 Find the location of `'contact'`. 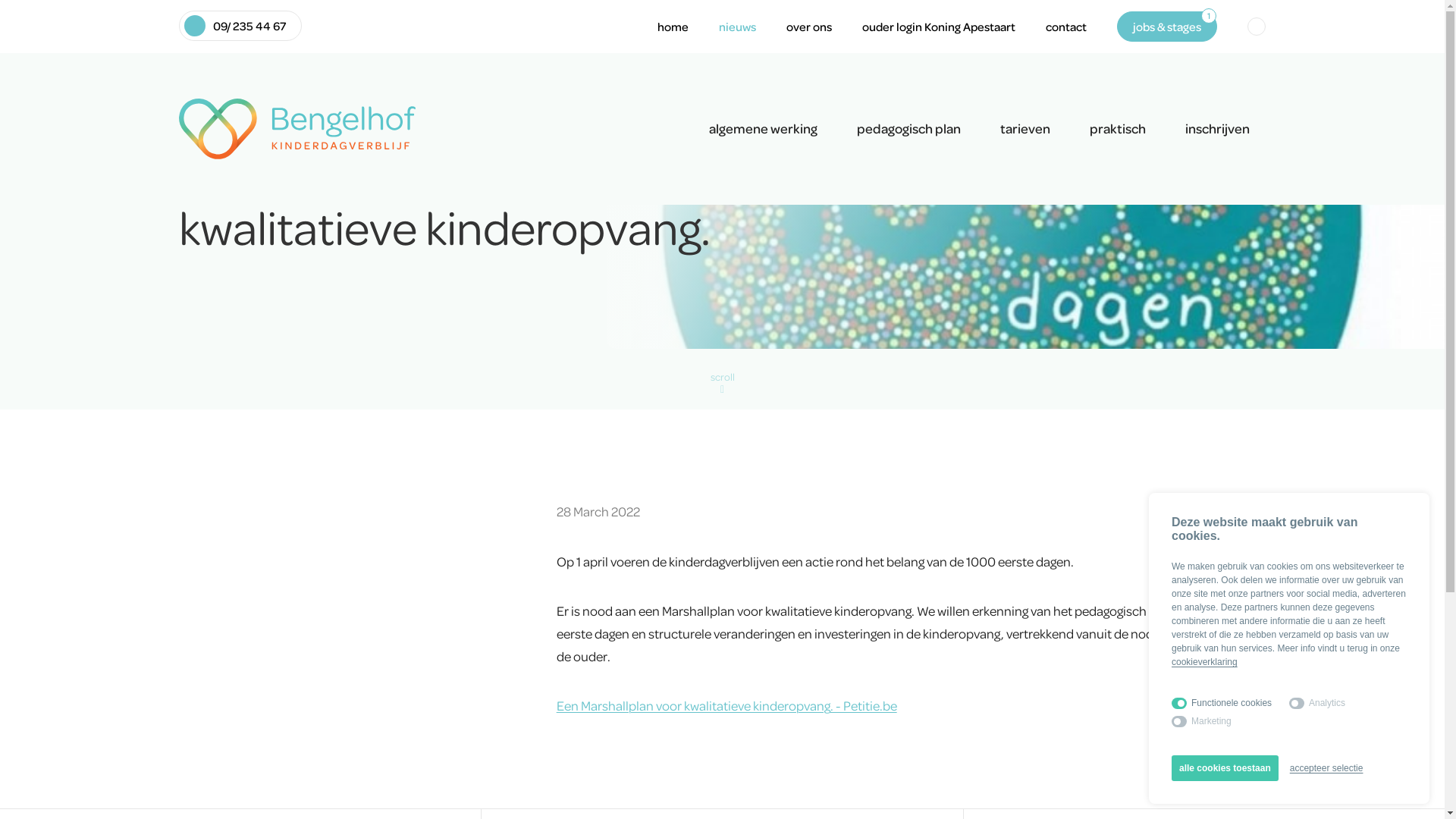

'contact' is located at coordinates (1044, 26).